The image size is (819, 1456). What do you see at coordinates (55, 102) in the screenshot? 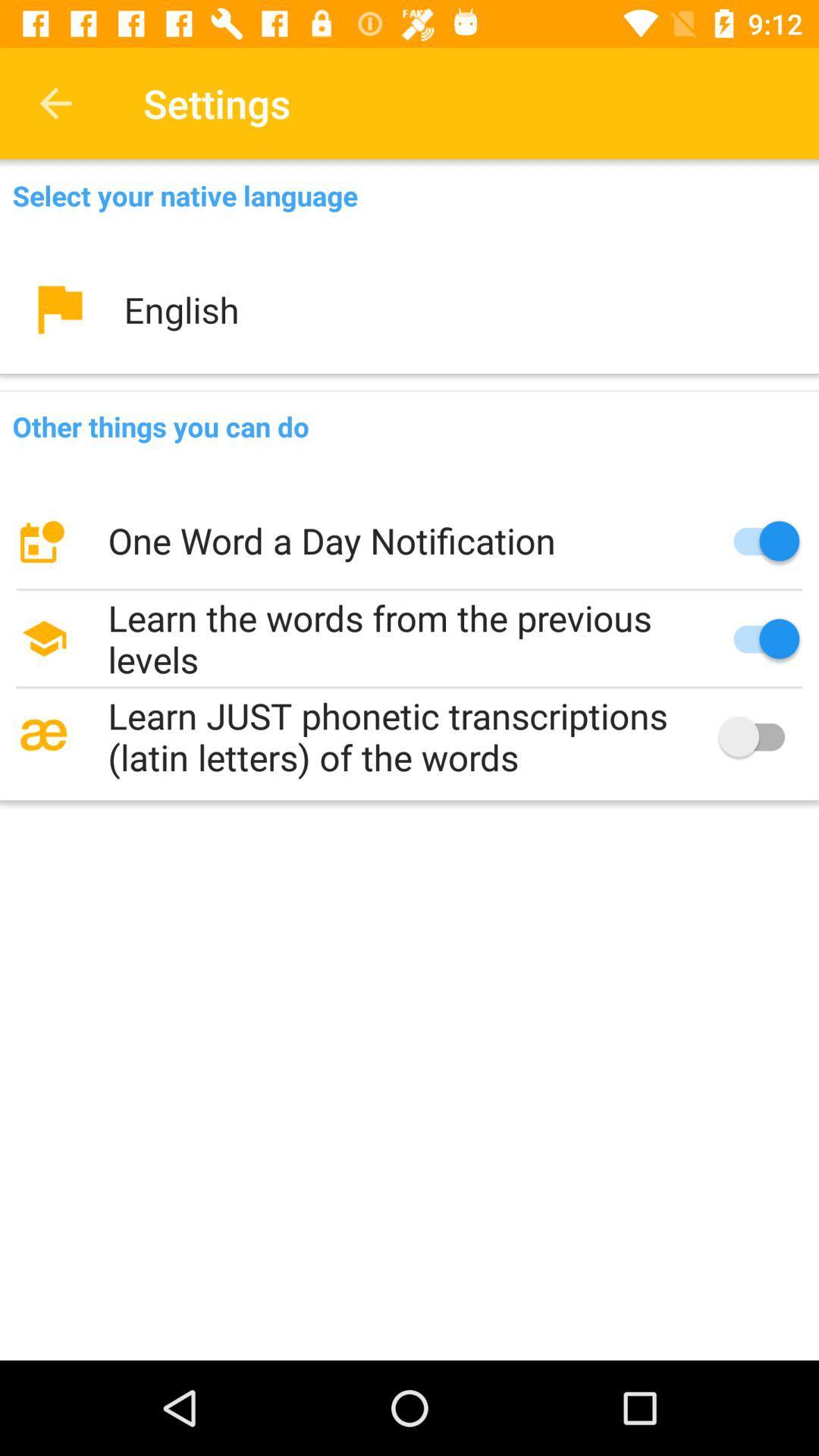
I see `item next to the settings item` at bounding box center [55, 102].